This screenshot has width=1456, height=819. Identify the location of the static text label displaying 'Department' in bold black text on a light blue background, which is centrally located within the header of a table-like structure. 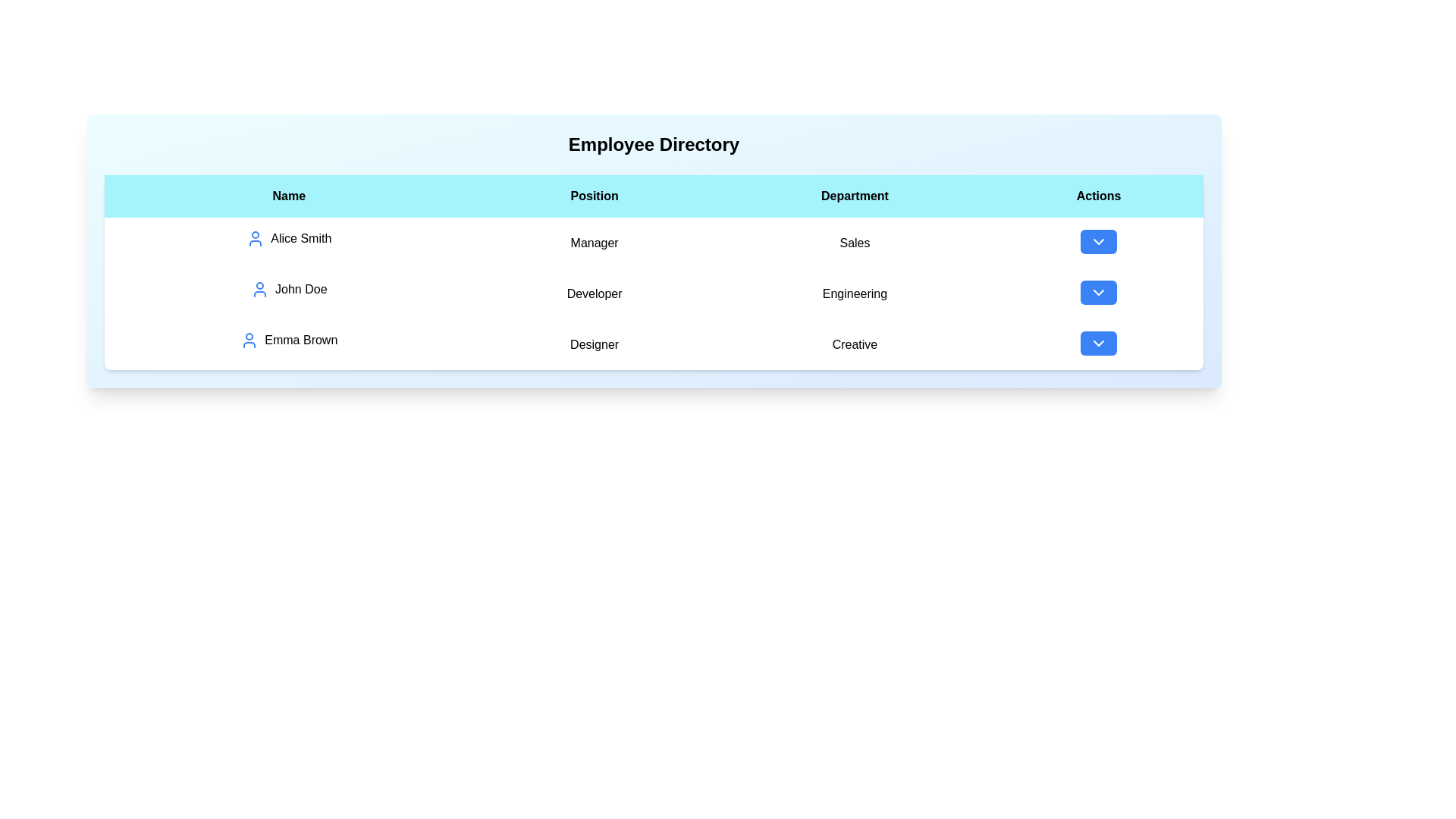
(855, 195).